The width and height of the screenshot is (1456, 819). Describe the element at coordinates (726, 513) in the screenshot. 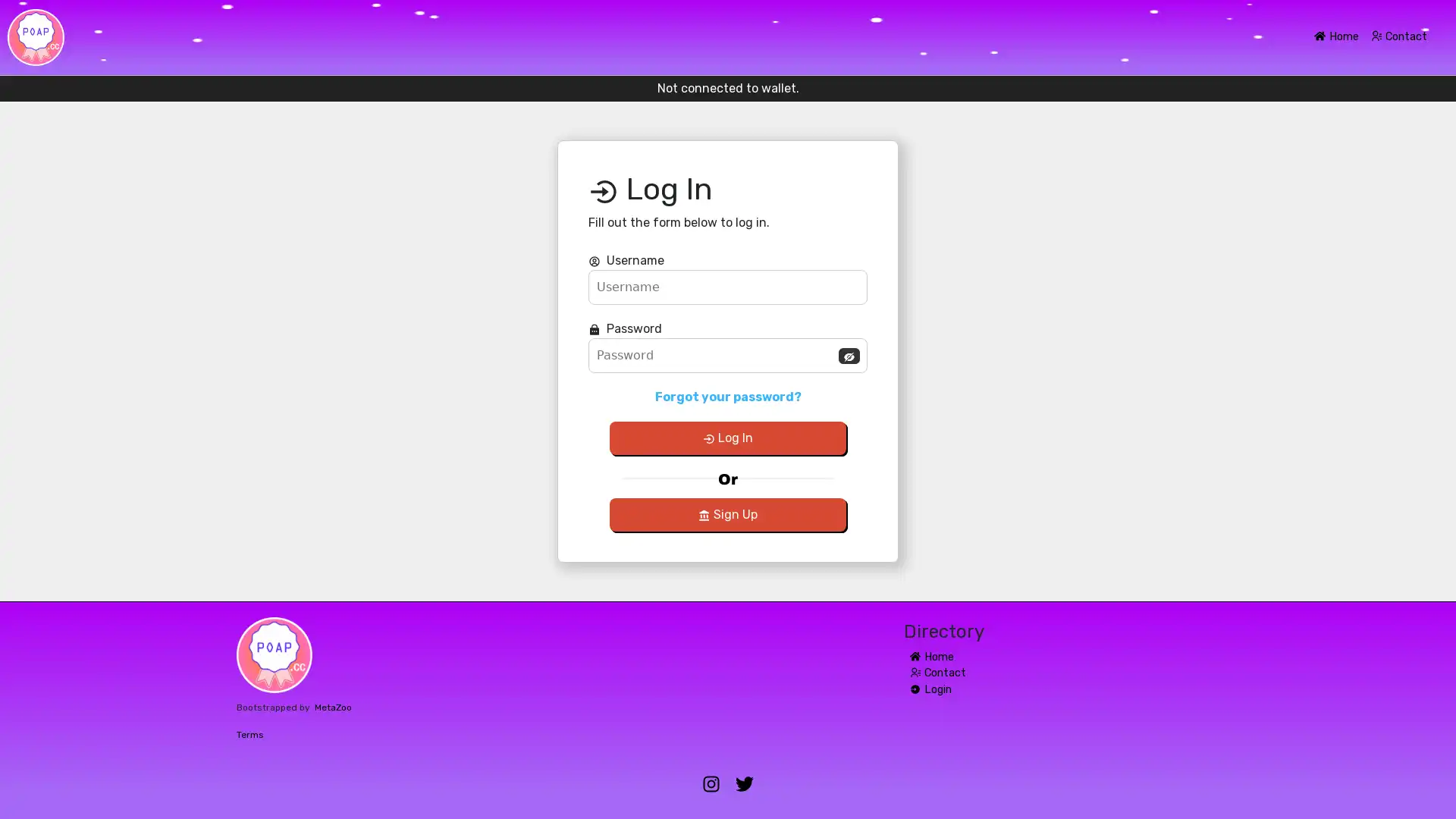

I see `Sign Up` at that location.